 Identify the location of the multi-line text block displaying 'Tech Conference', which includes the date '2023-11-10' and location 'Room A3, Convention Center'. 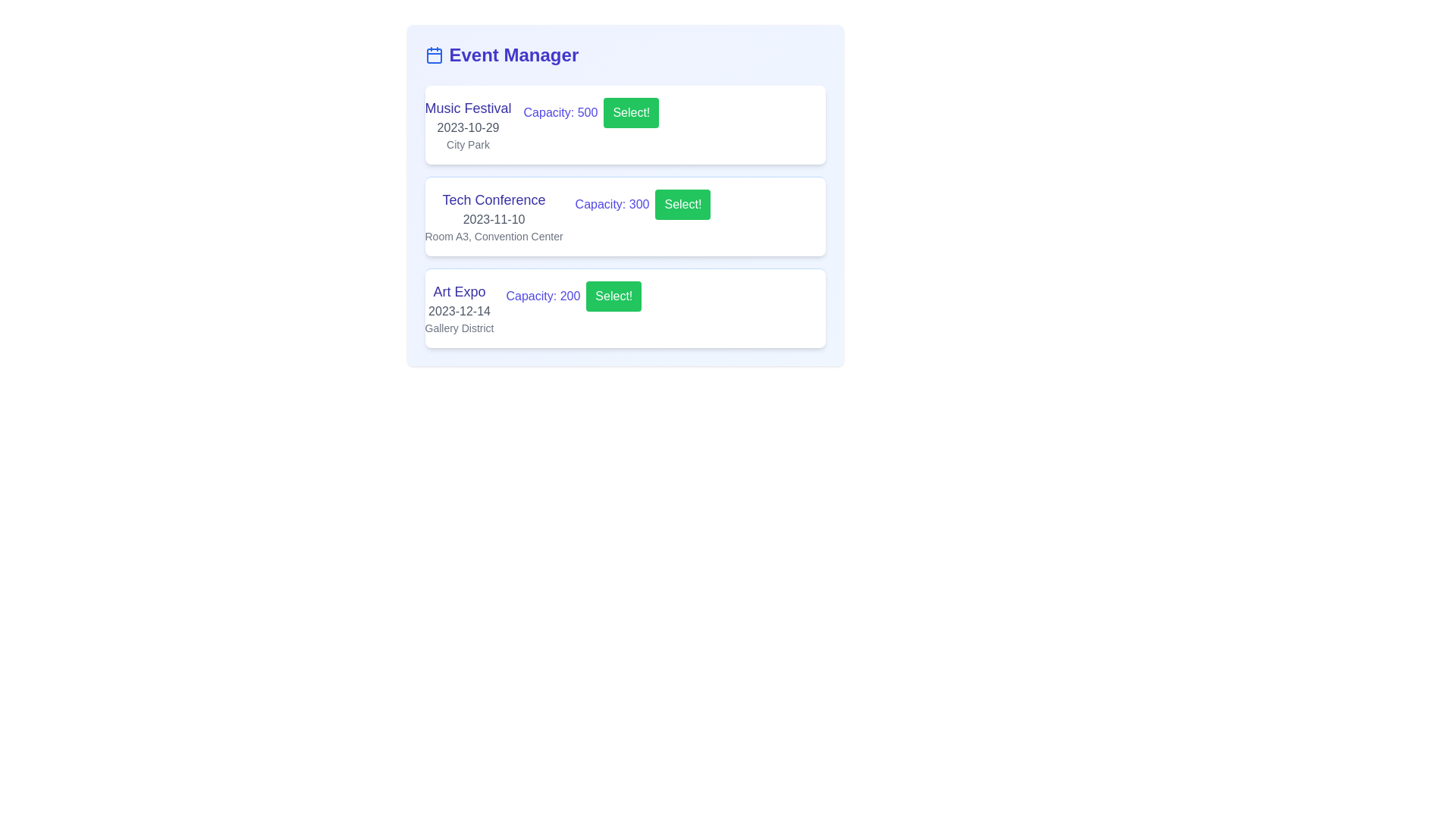
(494, 216).